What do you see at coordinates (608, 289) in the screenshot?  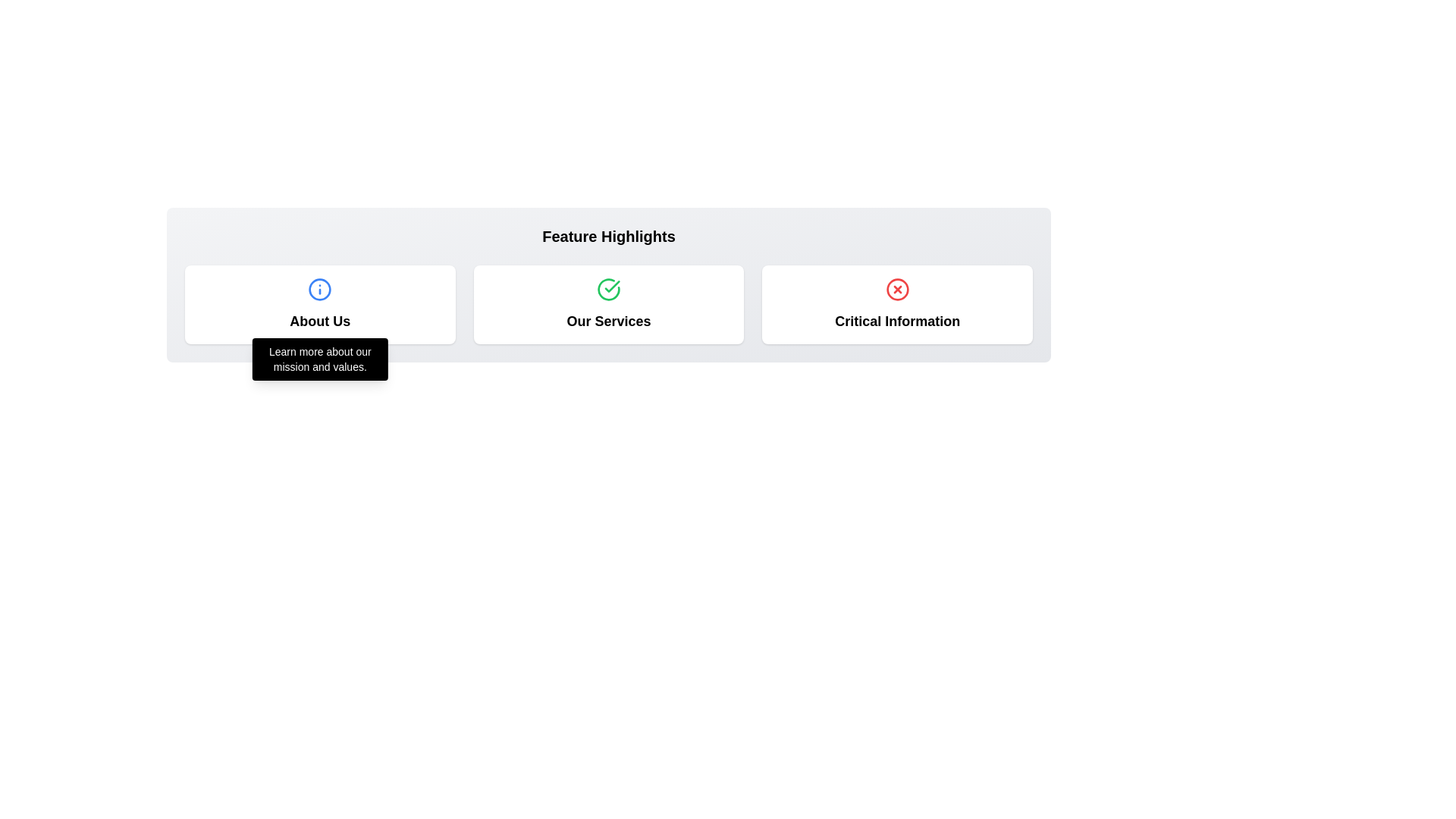 I see `the green checkmark icon, which is the central item of three adjacent icons under the heading 'Feature Highlights', located above the label 'Our Services'` at bounding box center [608, 289].